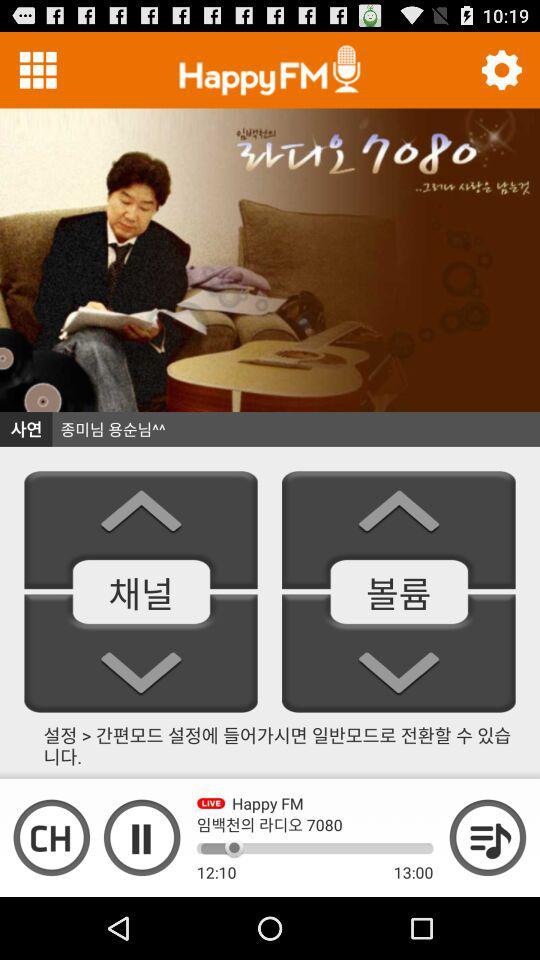  Describe the element at coordinates (141, 895) in the screenshot. I see `the pause icon` at that location.